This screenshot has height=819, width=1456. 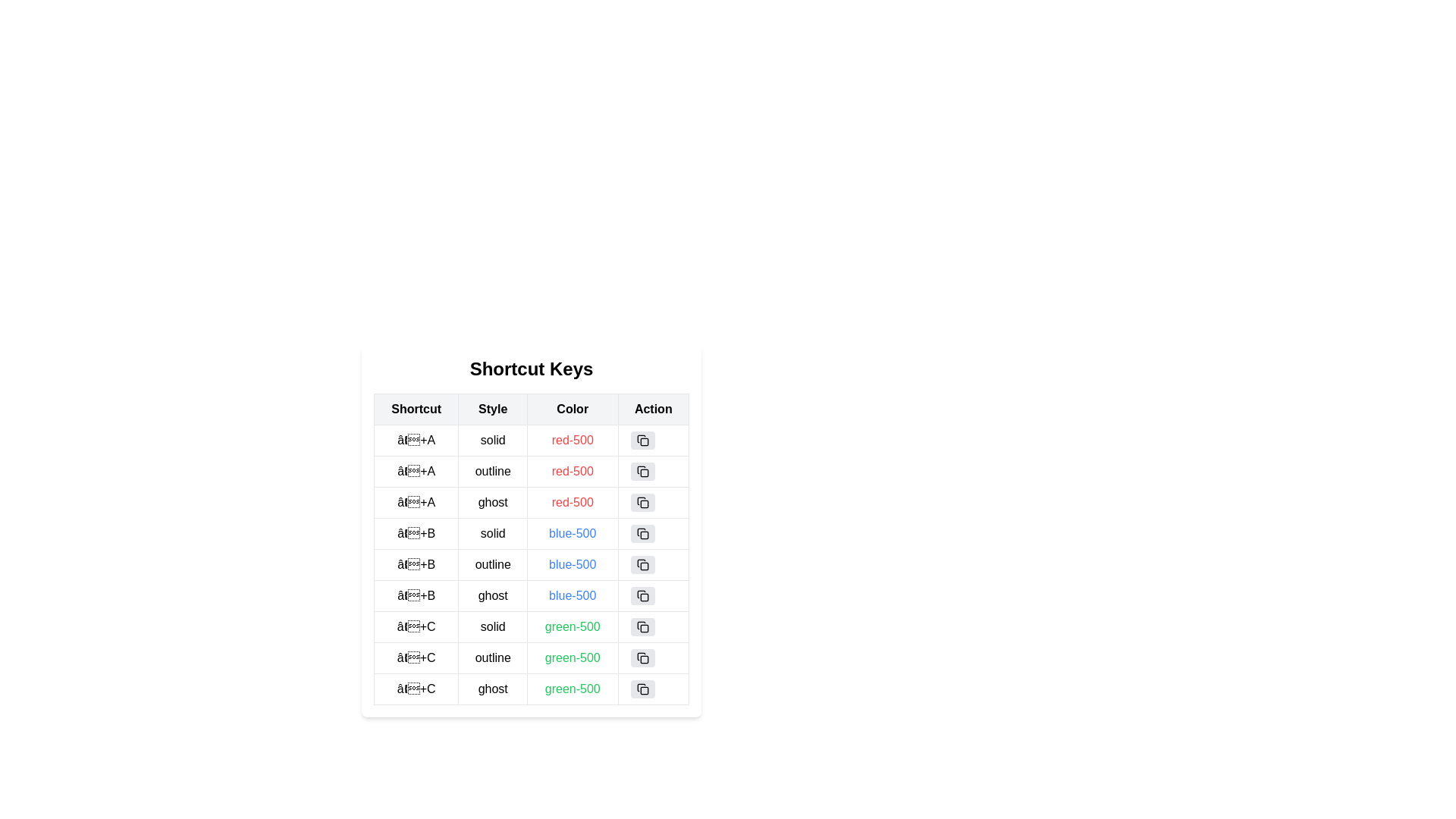 I want to click on the rectangular component of the copy icon in the 'Action' column corresponding to the 'Ctrl+C solid green-500' entry in the table, so click(x=644, y=629).